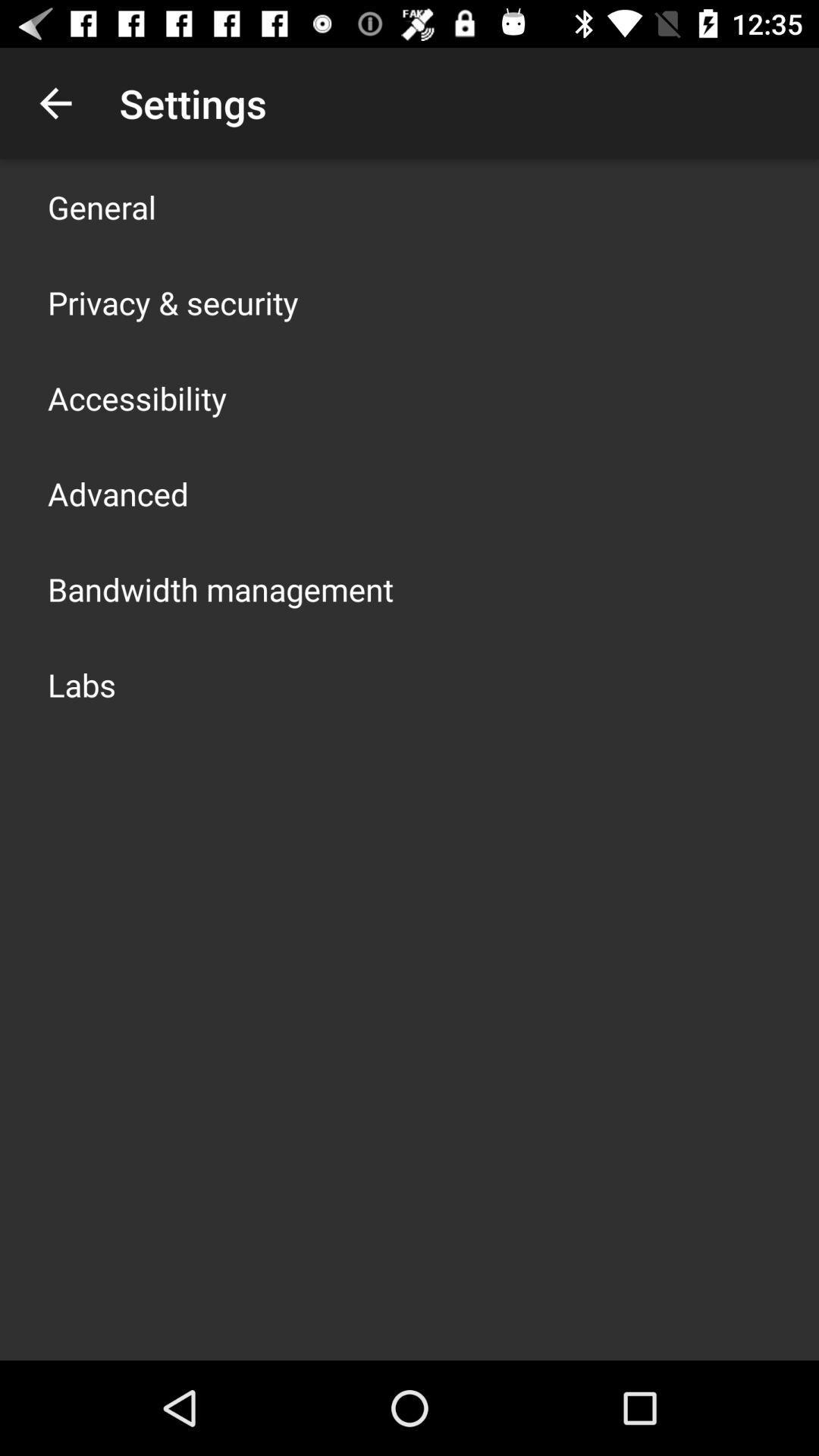  I want to click on bandwidth management item, so click(220, 588).